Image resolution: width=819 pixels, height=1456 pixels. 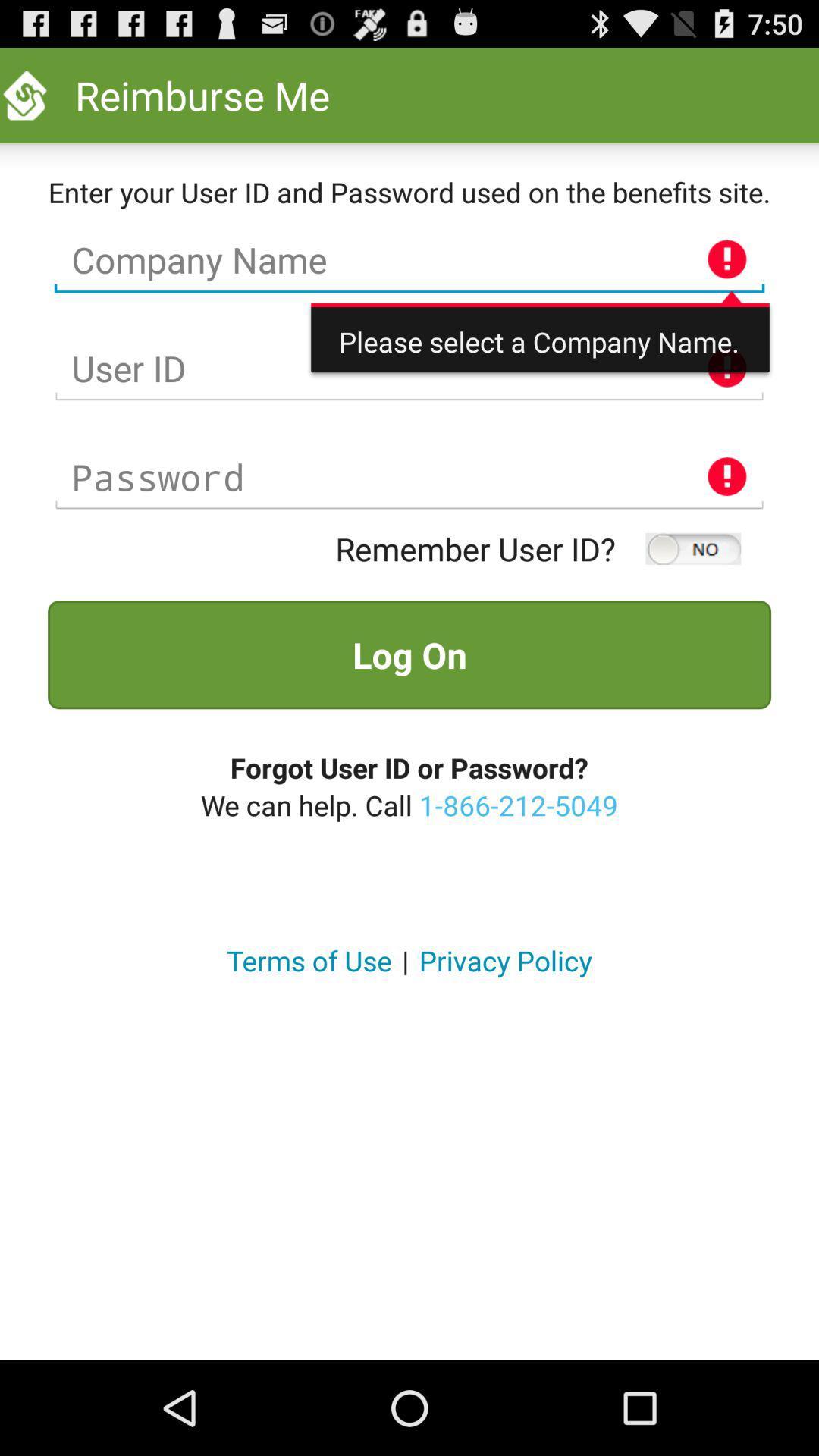 What do you see at coordinates (409, 476) in the screenshot?
I see `the password` at bounding box center [409, 476].